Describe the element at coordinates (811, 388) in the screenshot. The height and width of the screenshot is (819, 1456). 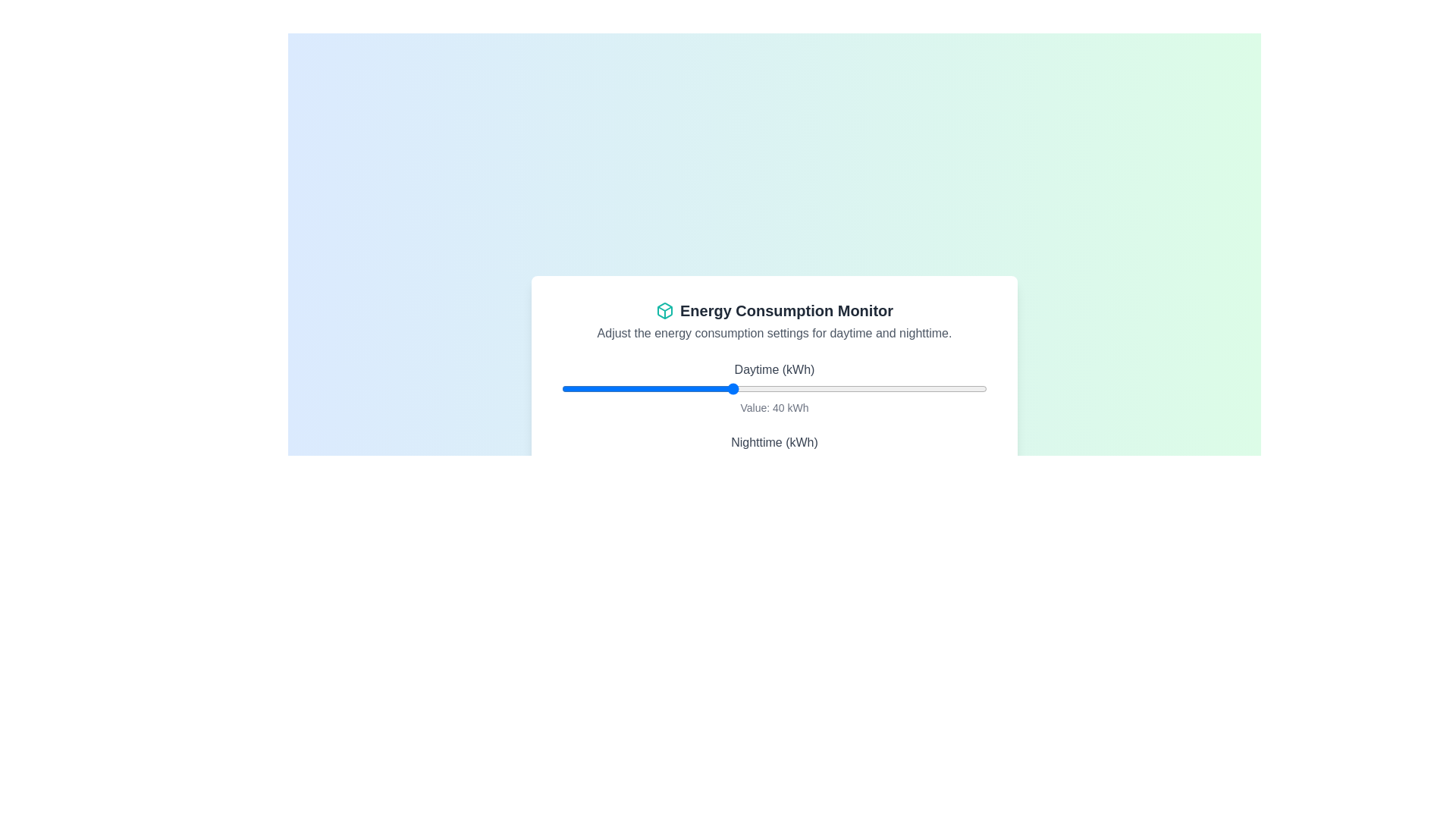
I see `the daytime energy consumption slider to 59 kWh` at that location.